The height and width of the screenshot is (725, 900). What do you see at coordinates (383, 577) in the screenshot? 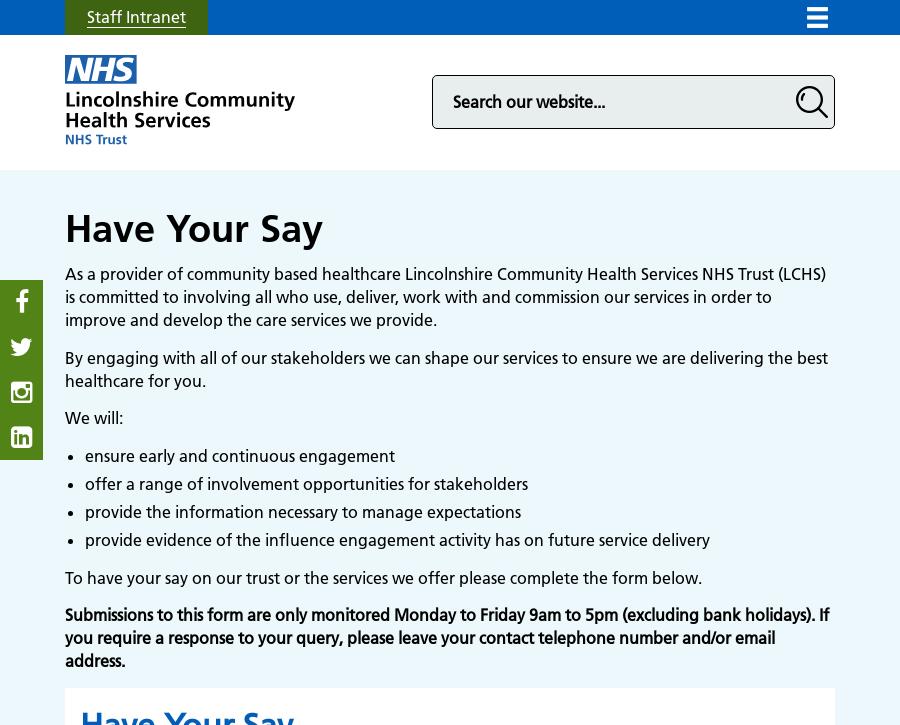
I see `'To have your say on our trust or the services we offer please complete the form below.'` at bounding box center [383, 577].